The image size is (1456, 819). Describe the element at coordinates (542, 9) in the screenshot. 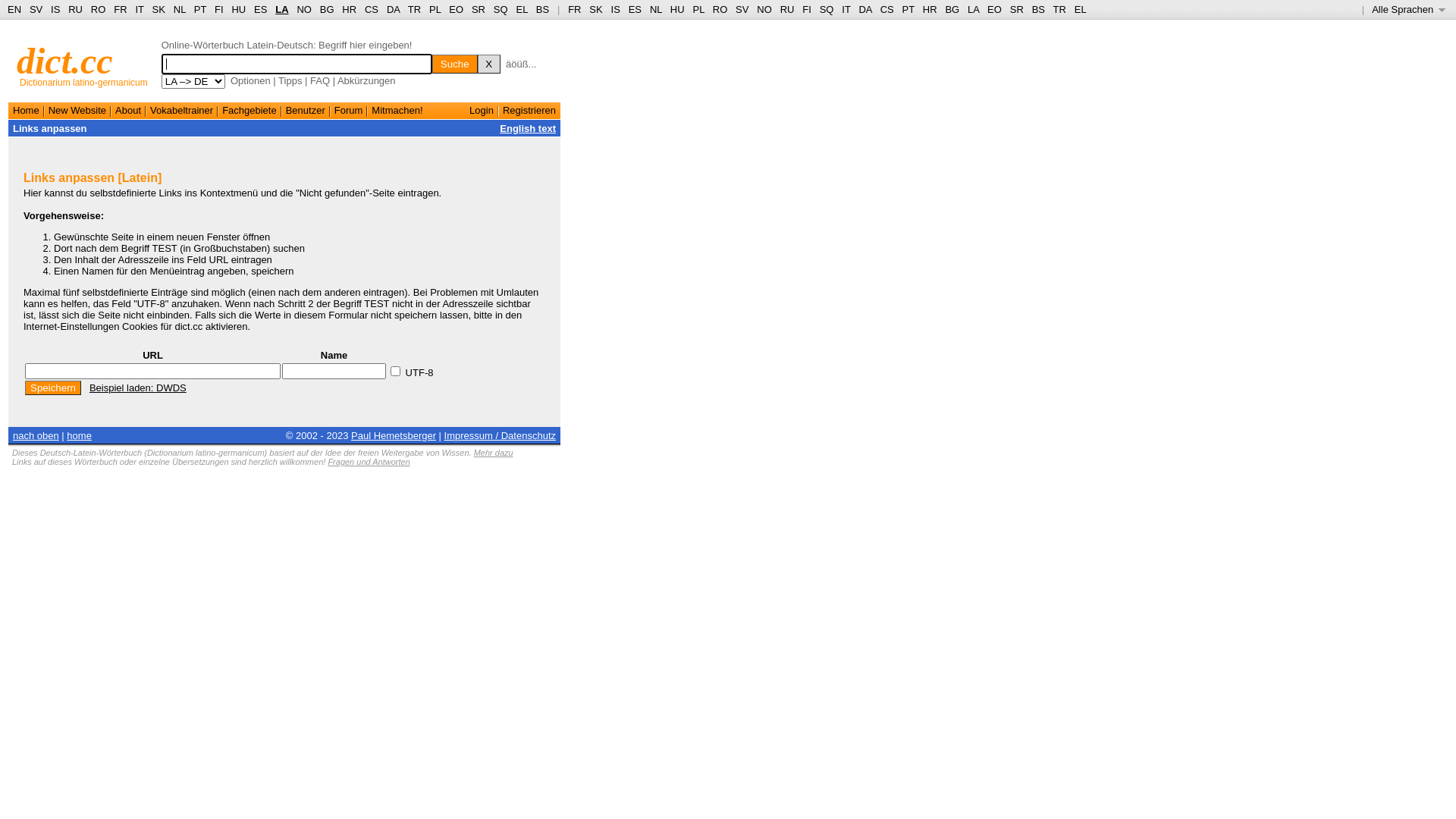

I see `'BS'` at that location.